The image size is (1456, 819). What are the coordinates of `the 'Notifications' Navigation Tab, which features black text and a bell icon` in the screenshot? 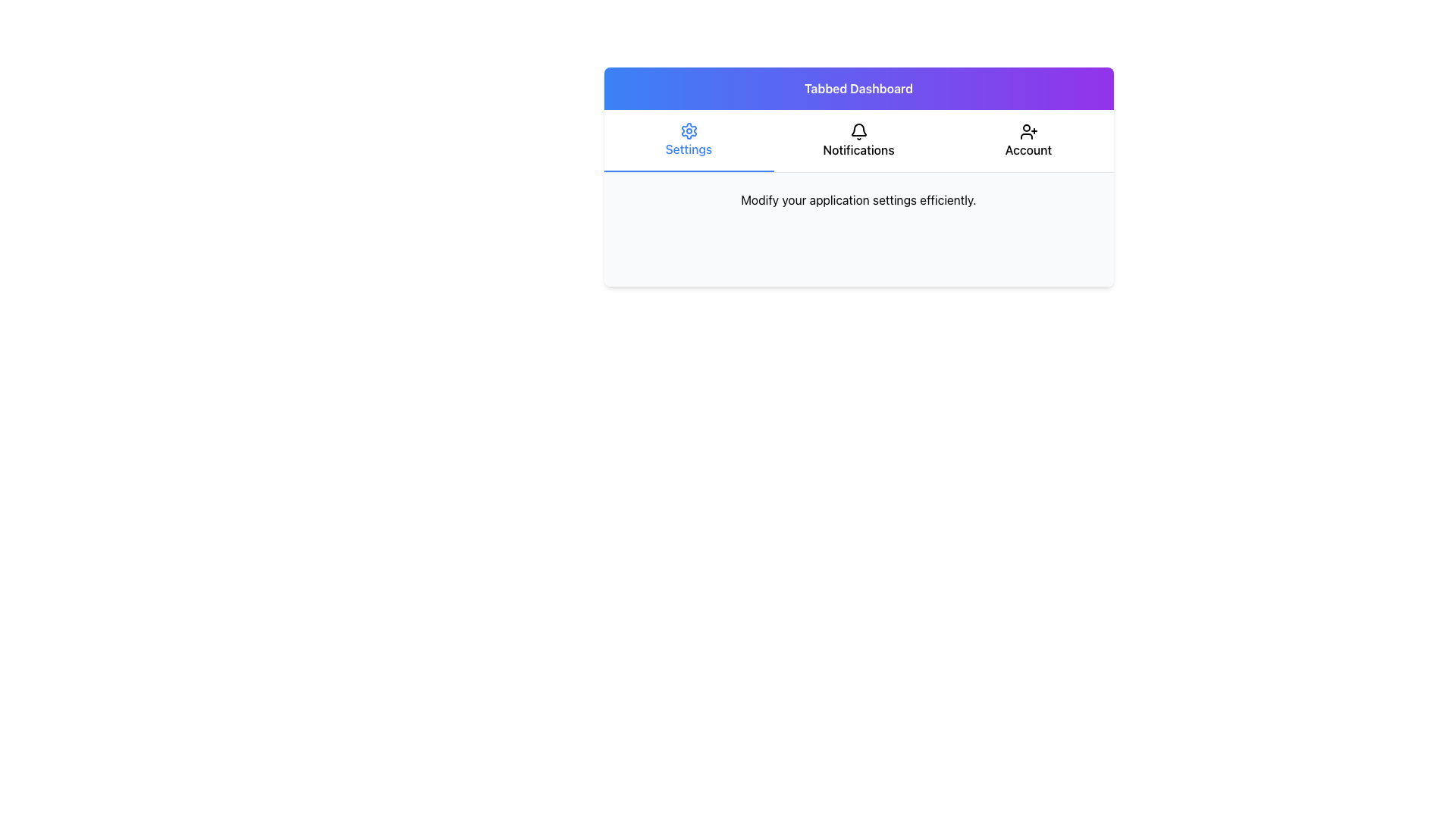 It's located at (858, 141).